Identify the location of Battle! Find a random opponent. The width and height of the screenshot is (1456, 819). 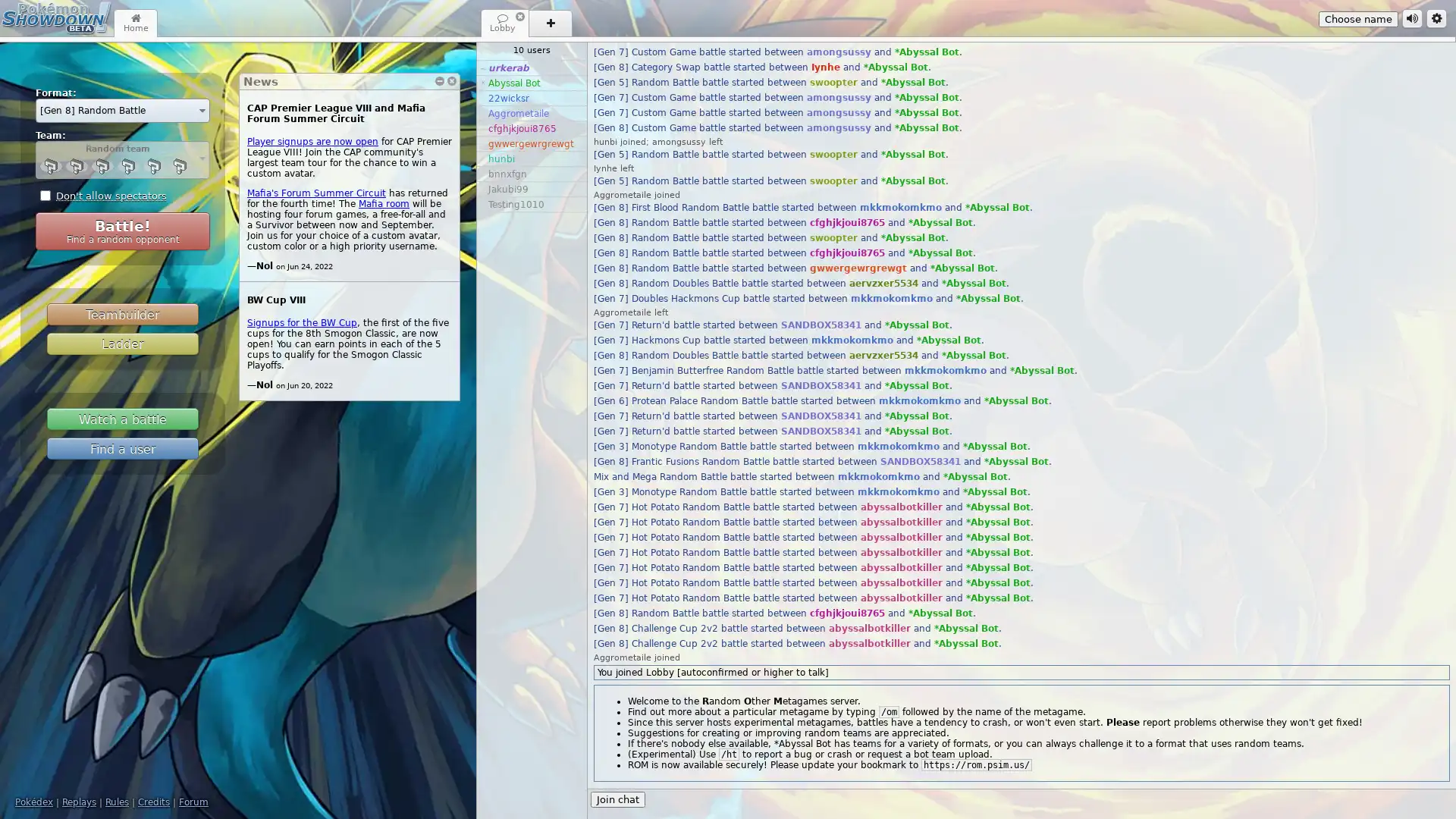
(123, 231).